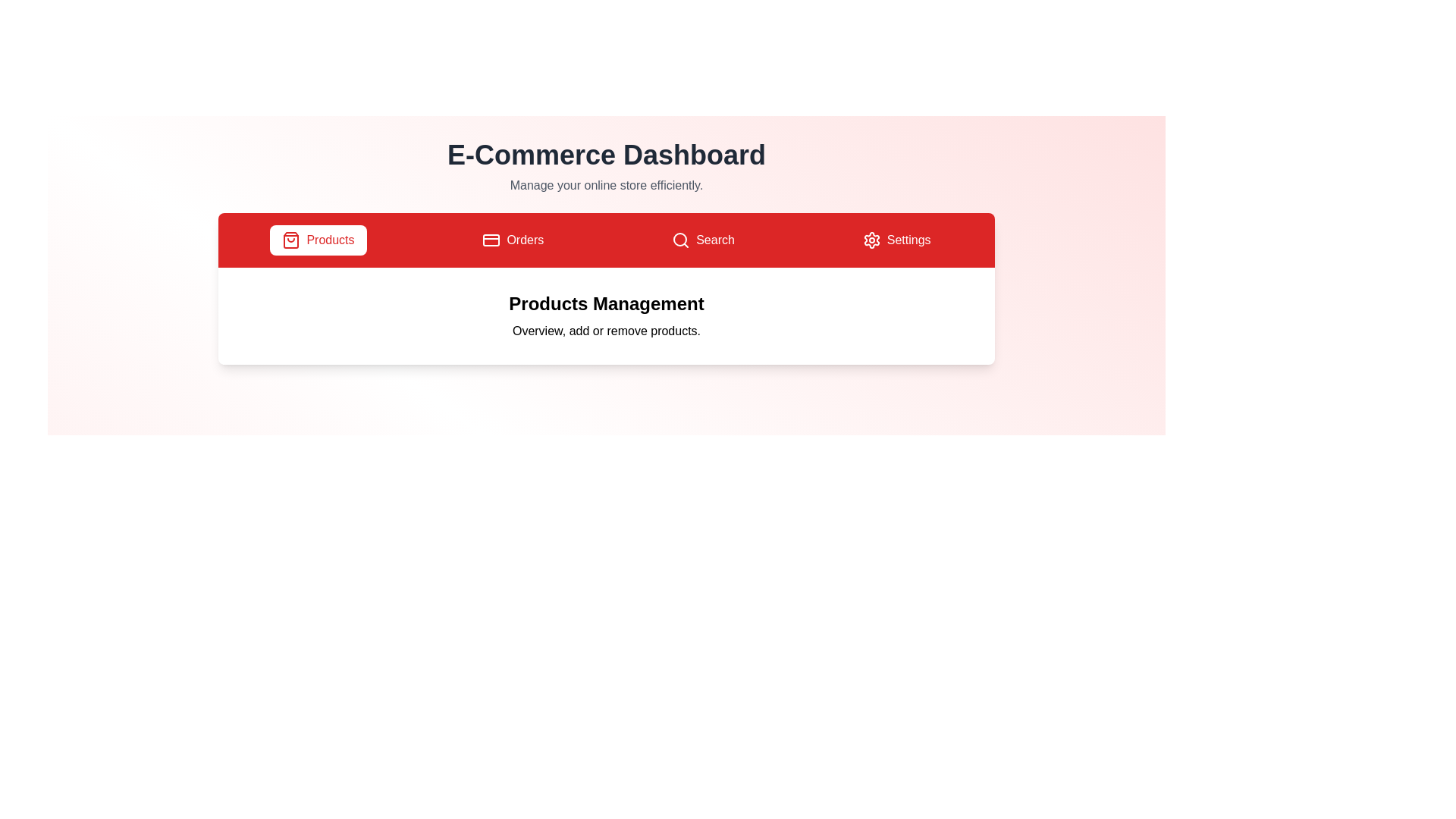  Describe the element at coordinates (607, 185) in the screenshot. I see `descriptive text that says 'Manage your online store efficiently.' located directly underneath the title 'E-Commerce Dashboard.'` at that location.